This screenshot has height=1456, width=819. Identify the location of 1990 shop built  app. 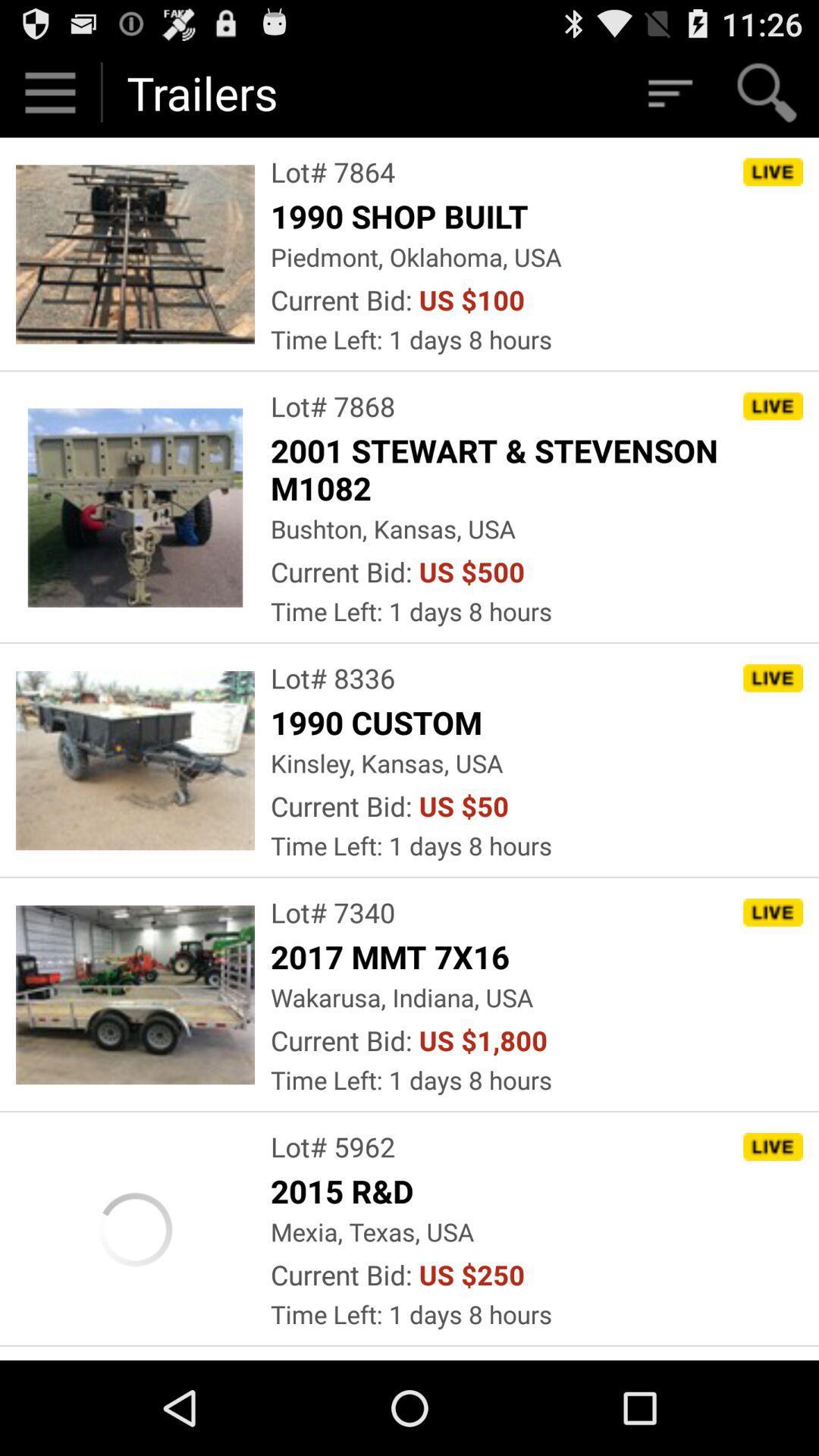
(403, 215).